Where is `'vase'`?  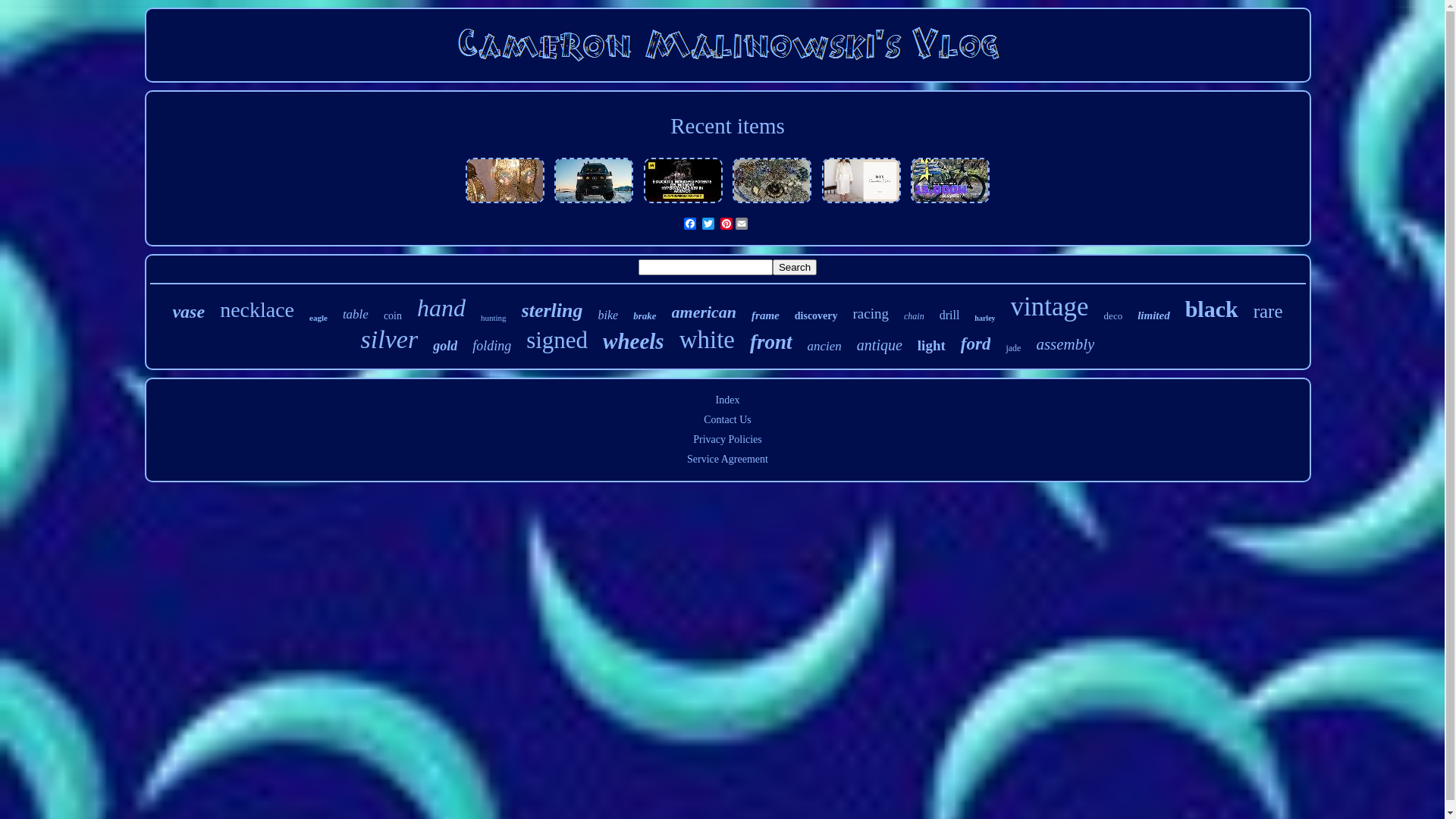 'vase' is located at coordinates (171, 311).